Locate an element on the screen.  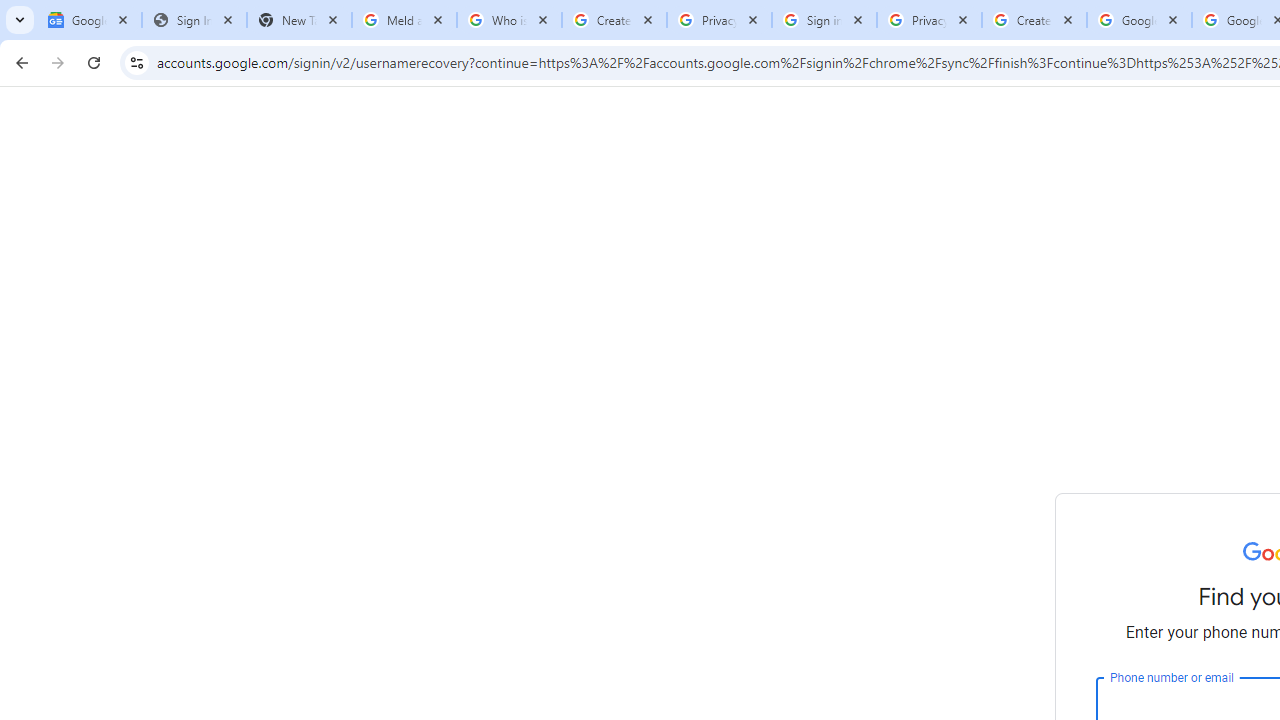
'Forward' is located at coordinates (58, 61).